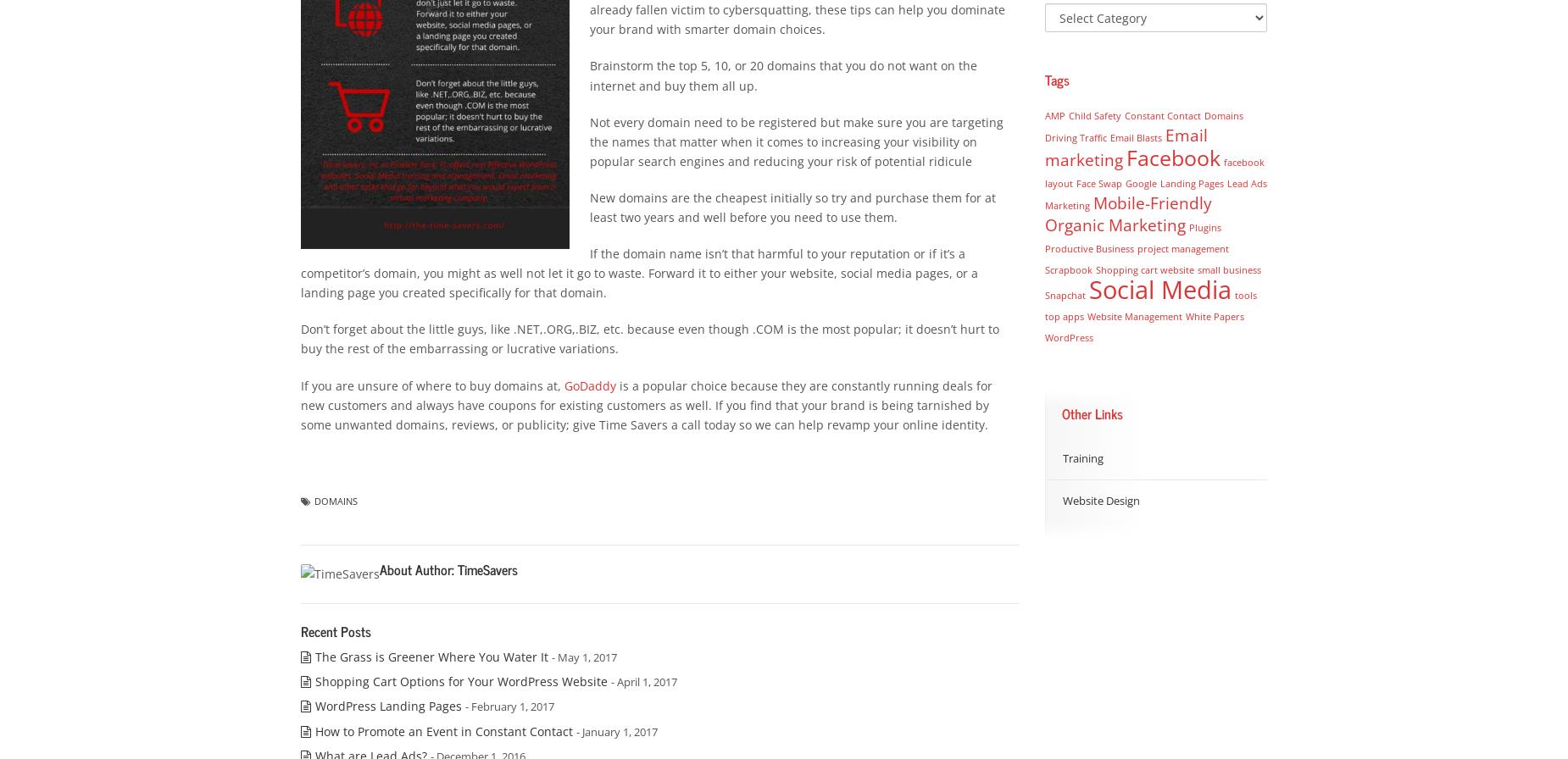 The width and height of the screenshot is (1568, 759). Describe the element at coordinates (1063, 295) in the screenshot. I see `'Snapchat'` at that location.